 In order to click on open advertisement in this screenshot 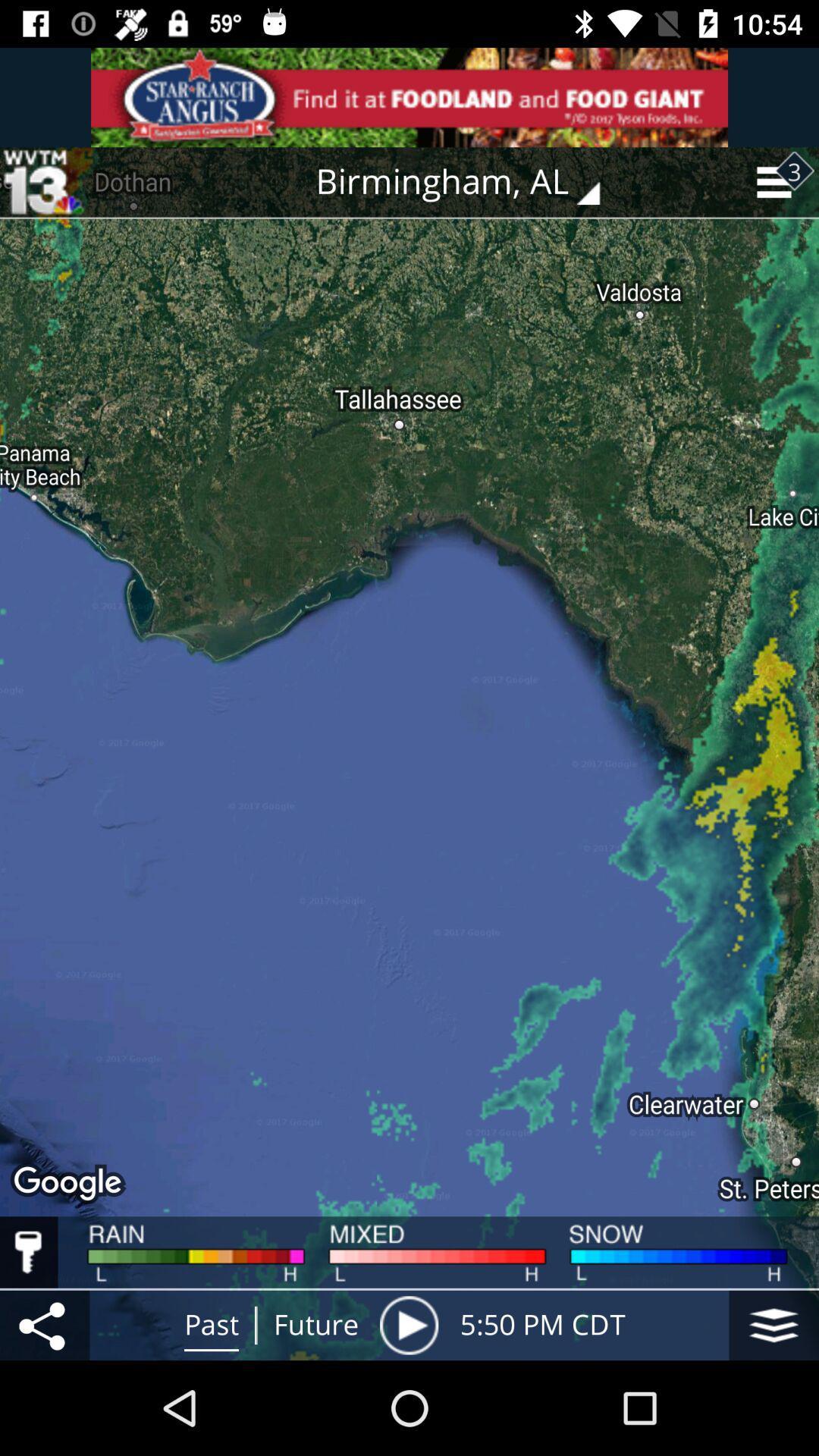, I will do `click(409, 96)`.